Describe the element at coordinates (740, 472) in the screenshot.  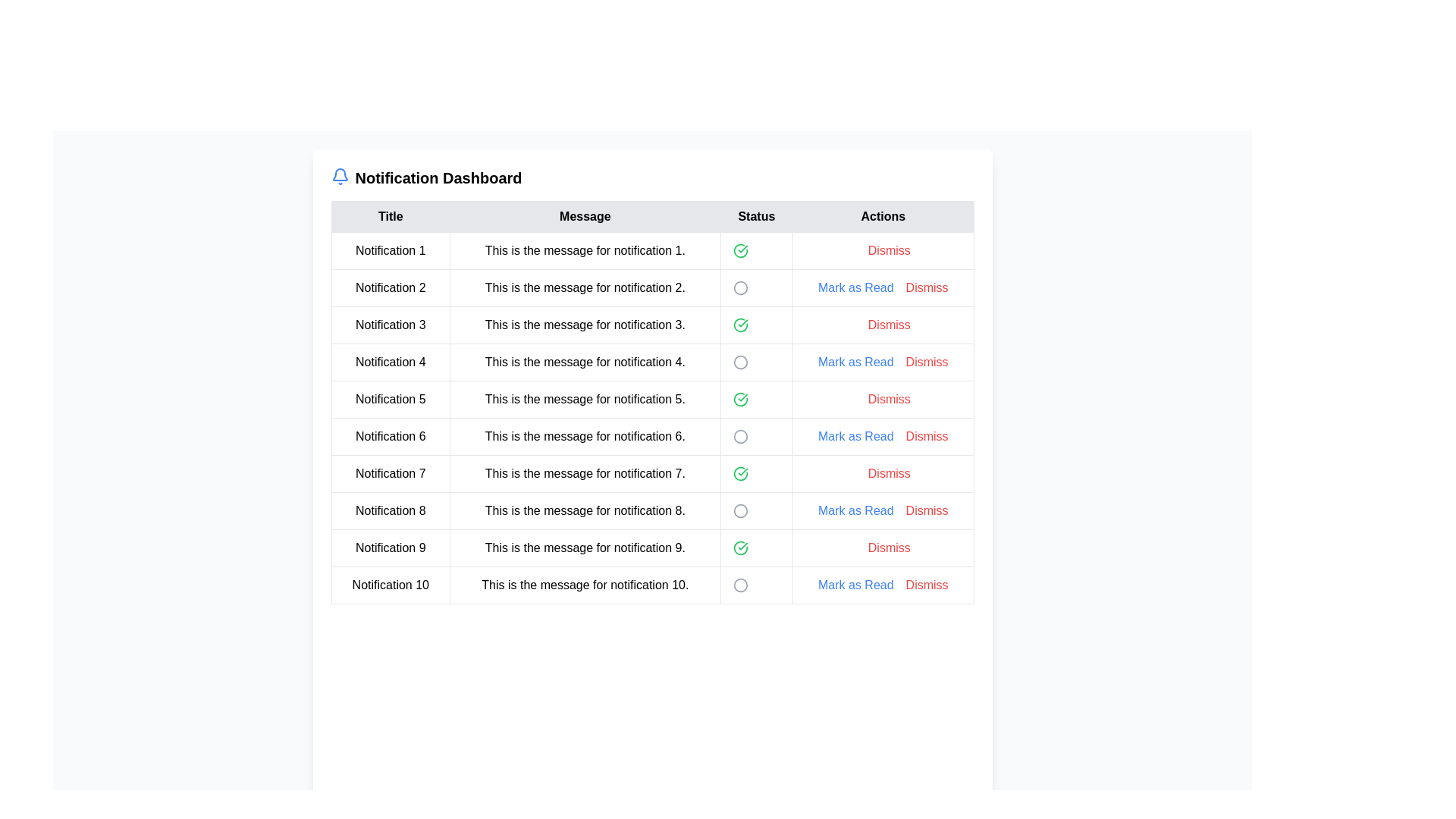
I see `the status icon that indicates the notification has been marked as read or completed, located in the 'Status' column of the table for the seventh notification row` at that location.